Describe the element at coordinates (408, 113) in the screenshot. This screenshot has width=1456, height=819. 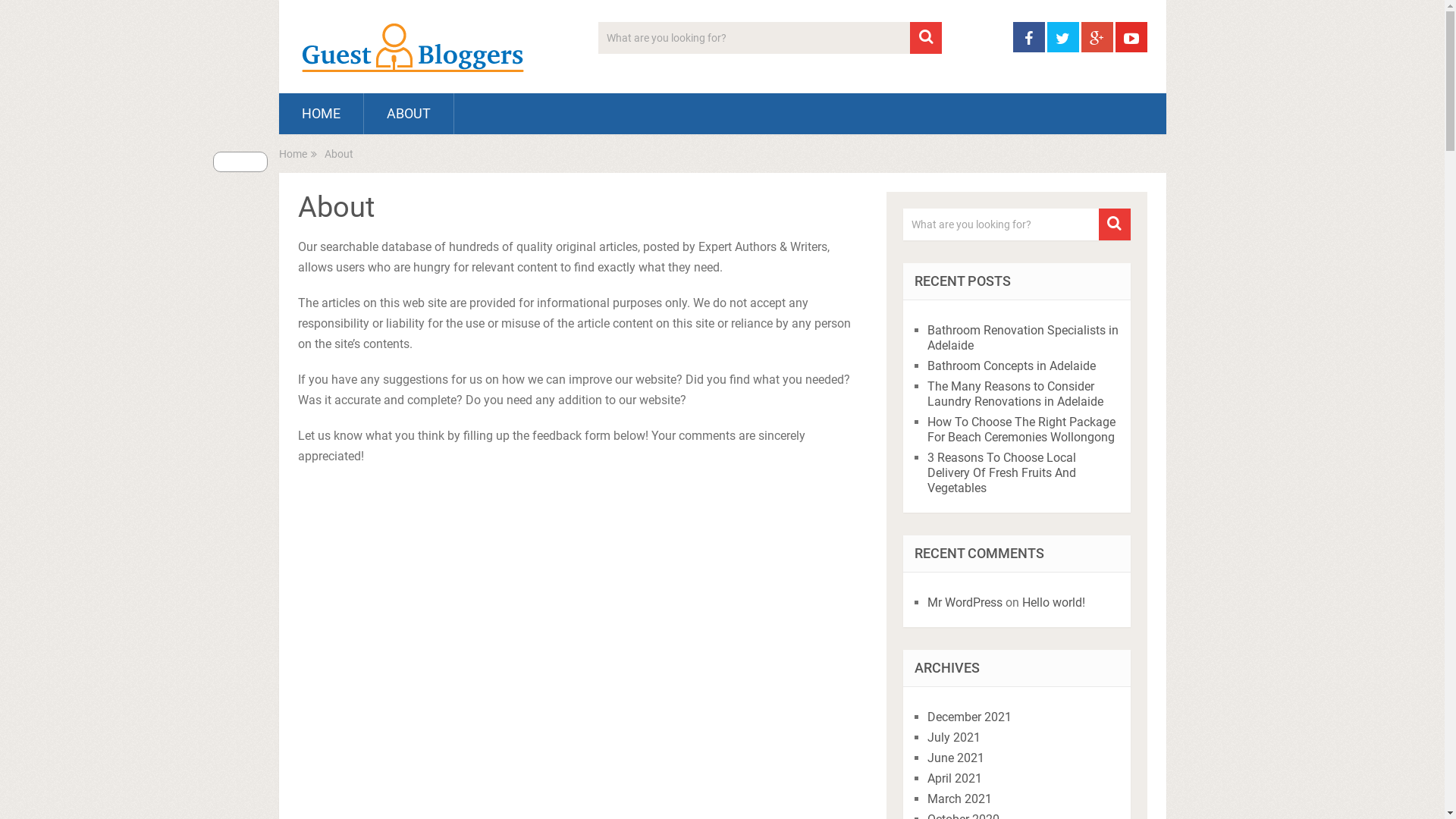
I see `'ABOUT'` at that location.